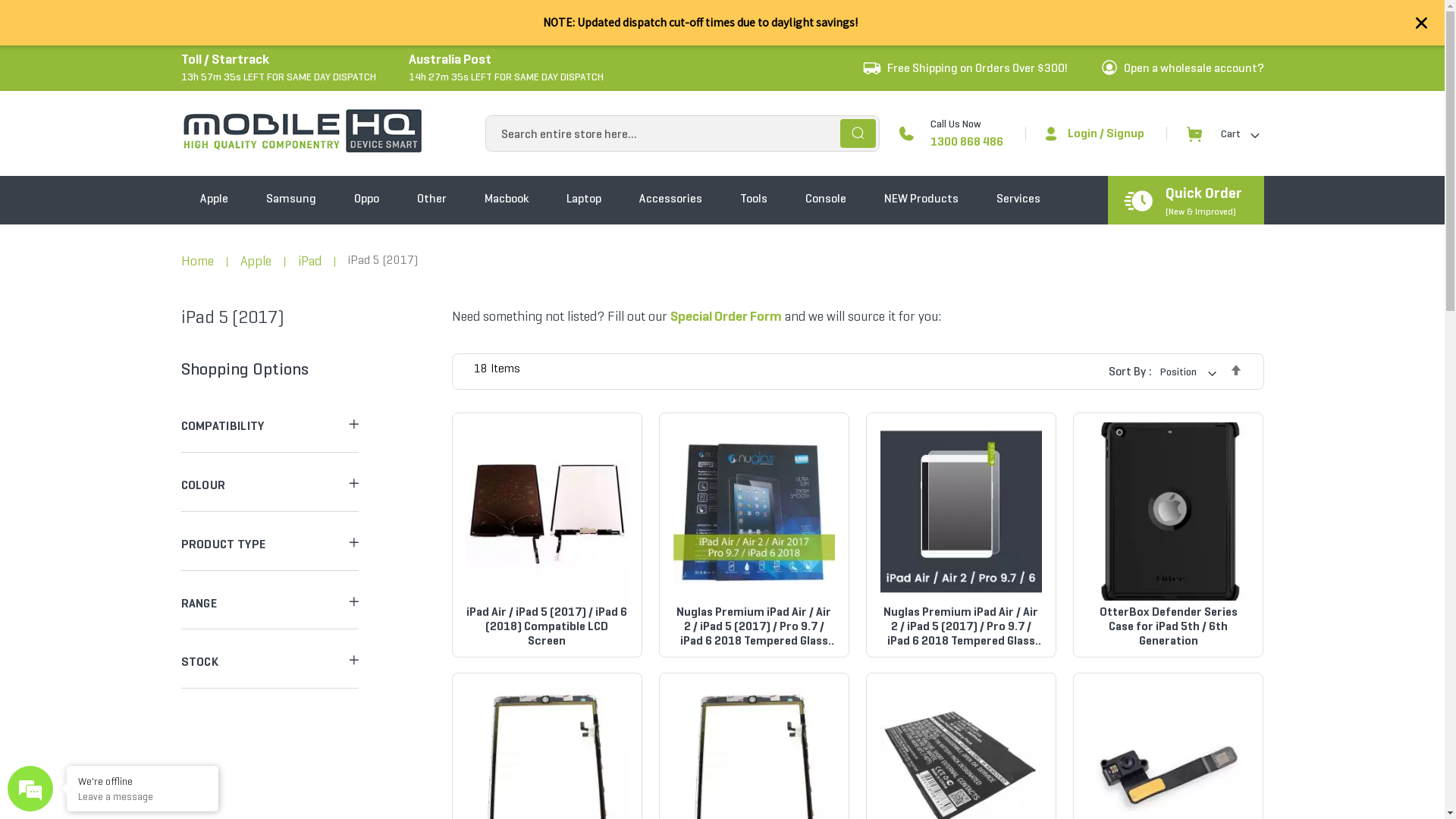 The width and height of the screenshot is (1456, 819). I want to click on 'Services', so click(1018, 153).